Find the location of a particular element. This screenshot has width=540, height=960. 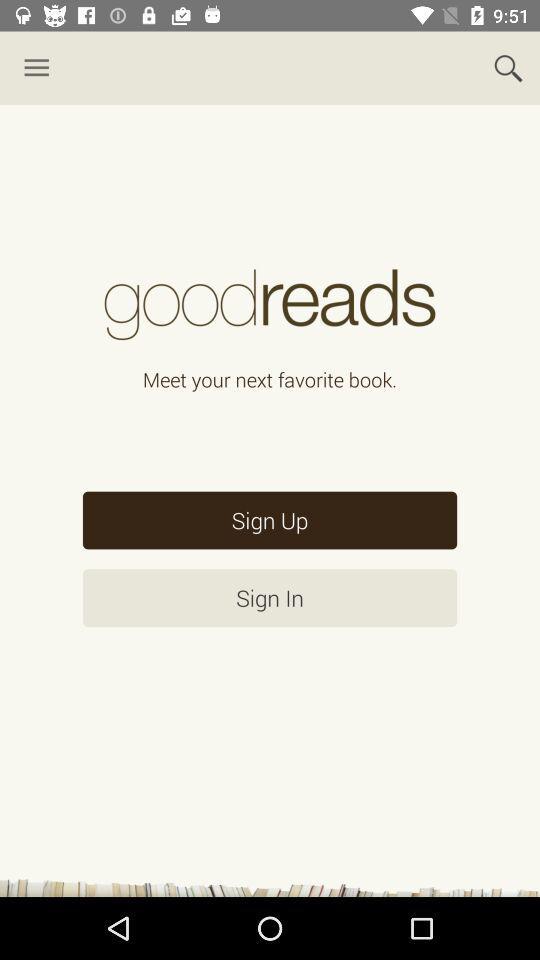

the item below the sign up is located at coordinates (270, 598).